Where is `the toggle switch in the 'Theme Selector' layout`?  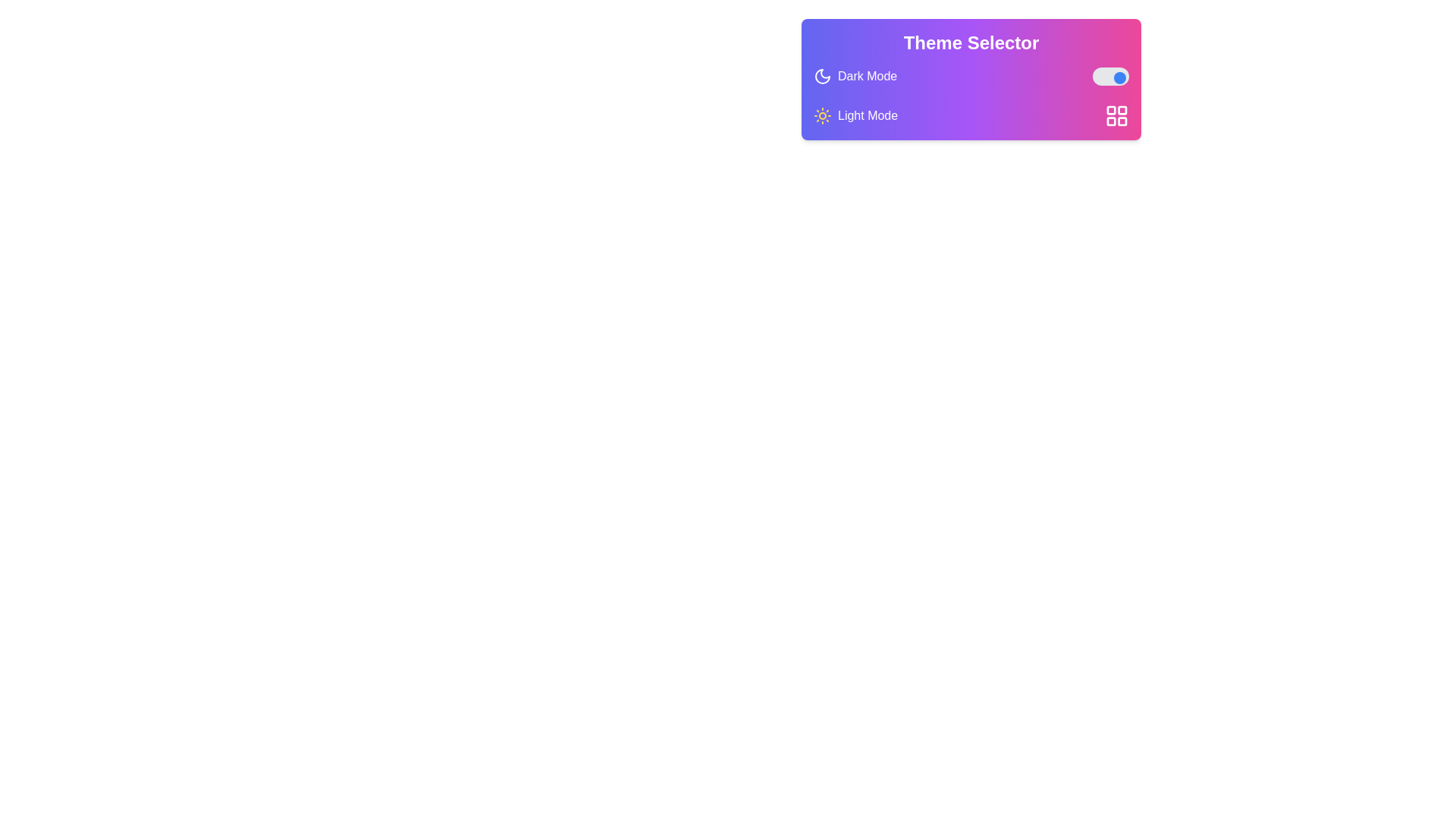
the toggle switch in the 'Theme Selector' layout is located at coordinates (1110, 76).